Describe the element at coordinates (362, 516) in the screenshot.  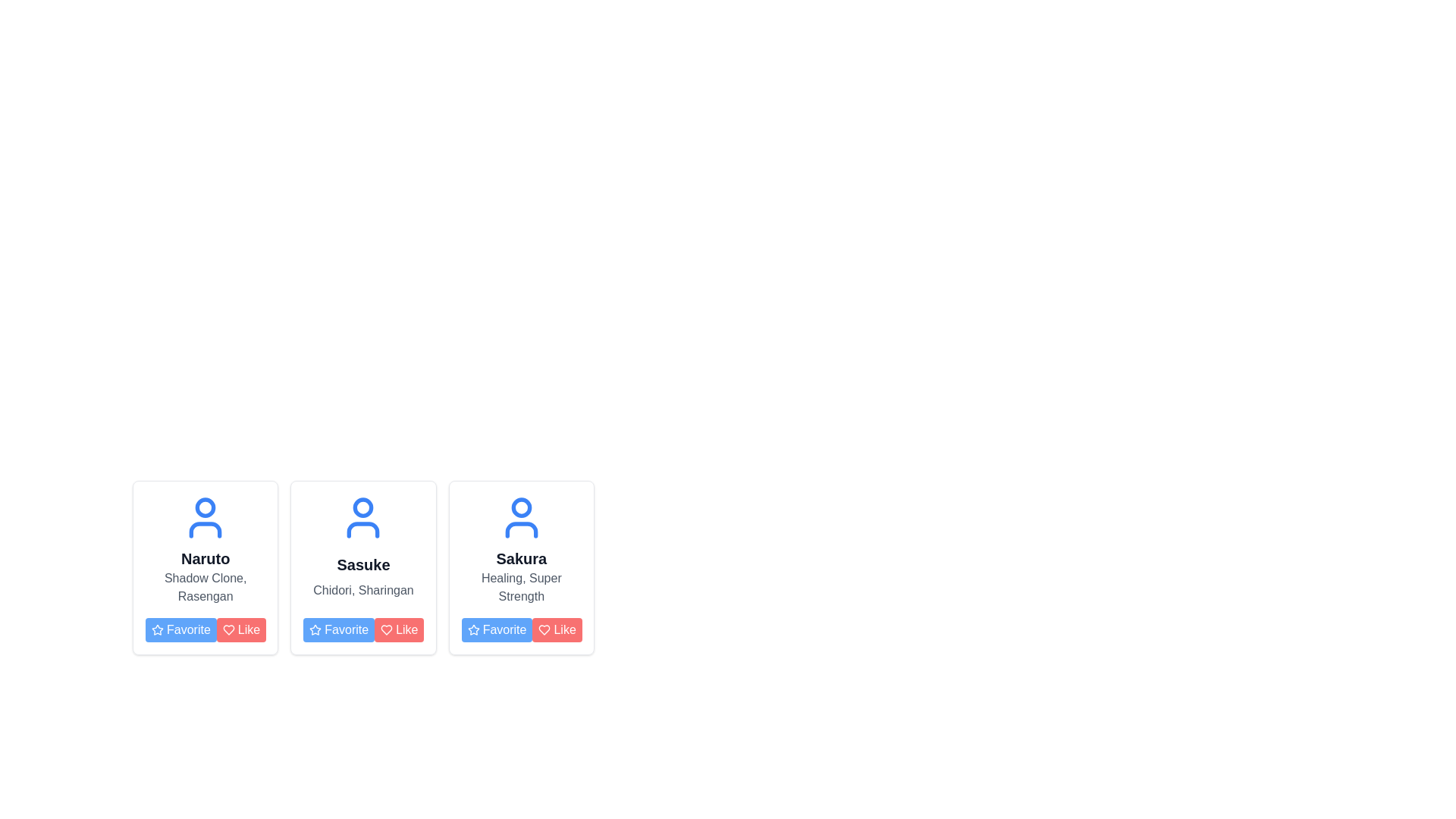
I see `the SVG icon representing a user profile at the top center of the card labeled 'Sasuke'` at that location.